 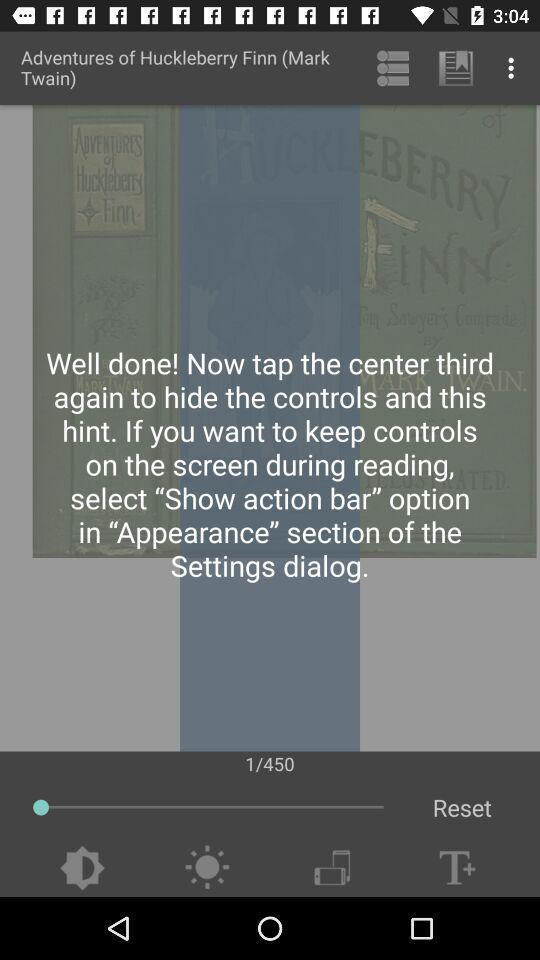 I want to click on open brightness menu, so click(x=206, y=867).